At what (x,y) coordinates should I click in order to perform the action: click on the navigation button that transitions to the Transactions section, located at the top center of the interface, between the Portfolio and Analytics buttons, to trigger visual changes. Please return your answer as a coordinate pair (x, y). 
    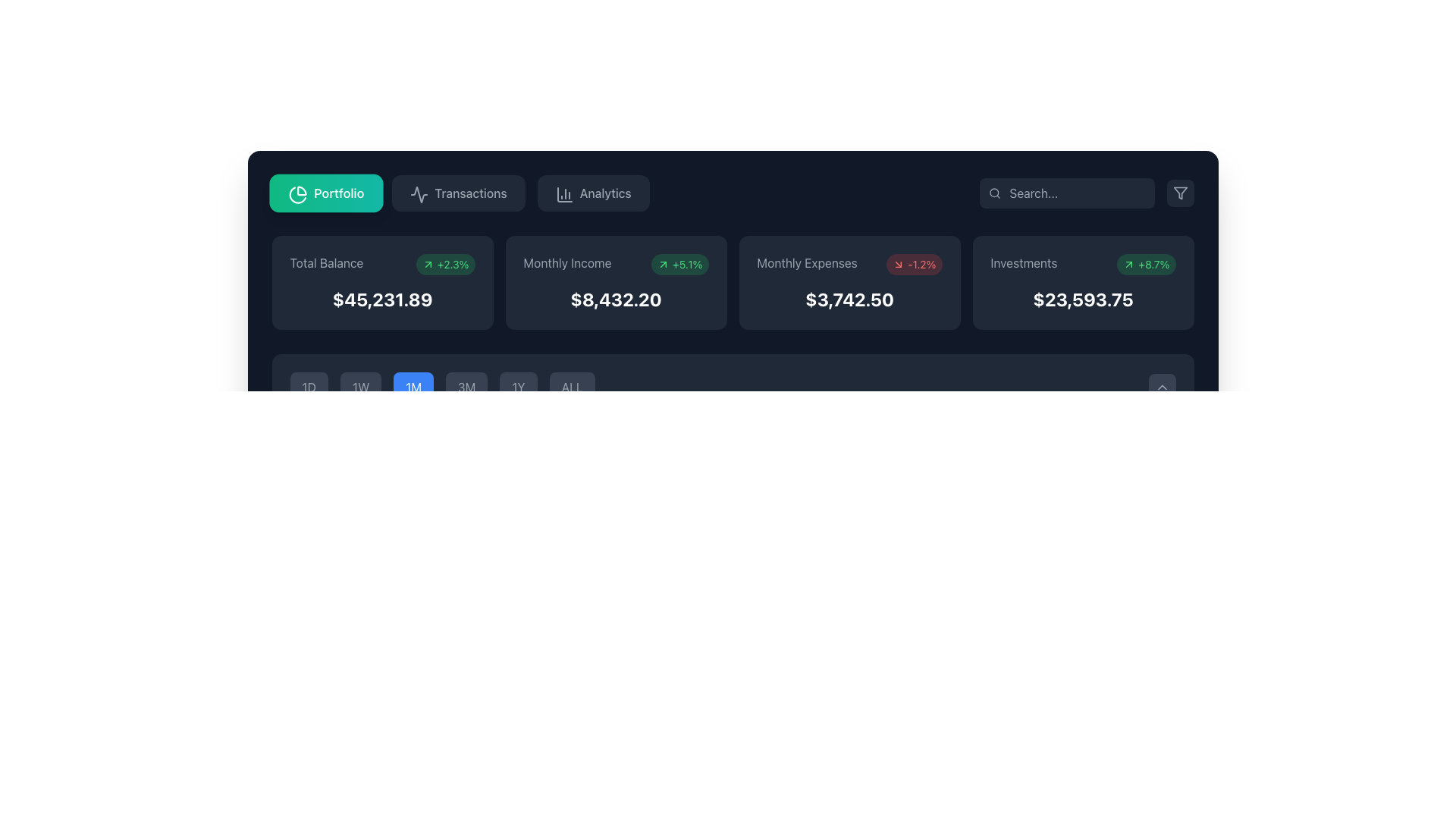
    Looking at the image, I should click on (458, 192).